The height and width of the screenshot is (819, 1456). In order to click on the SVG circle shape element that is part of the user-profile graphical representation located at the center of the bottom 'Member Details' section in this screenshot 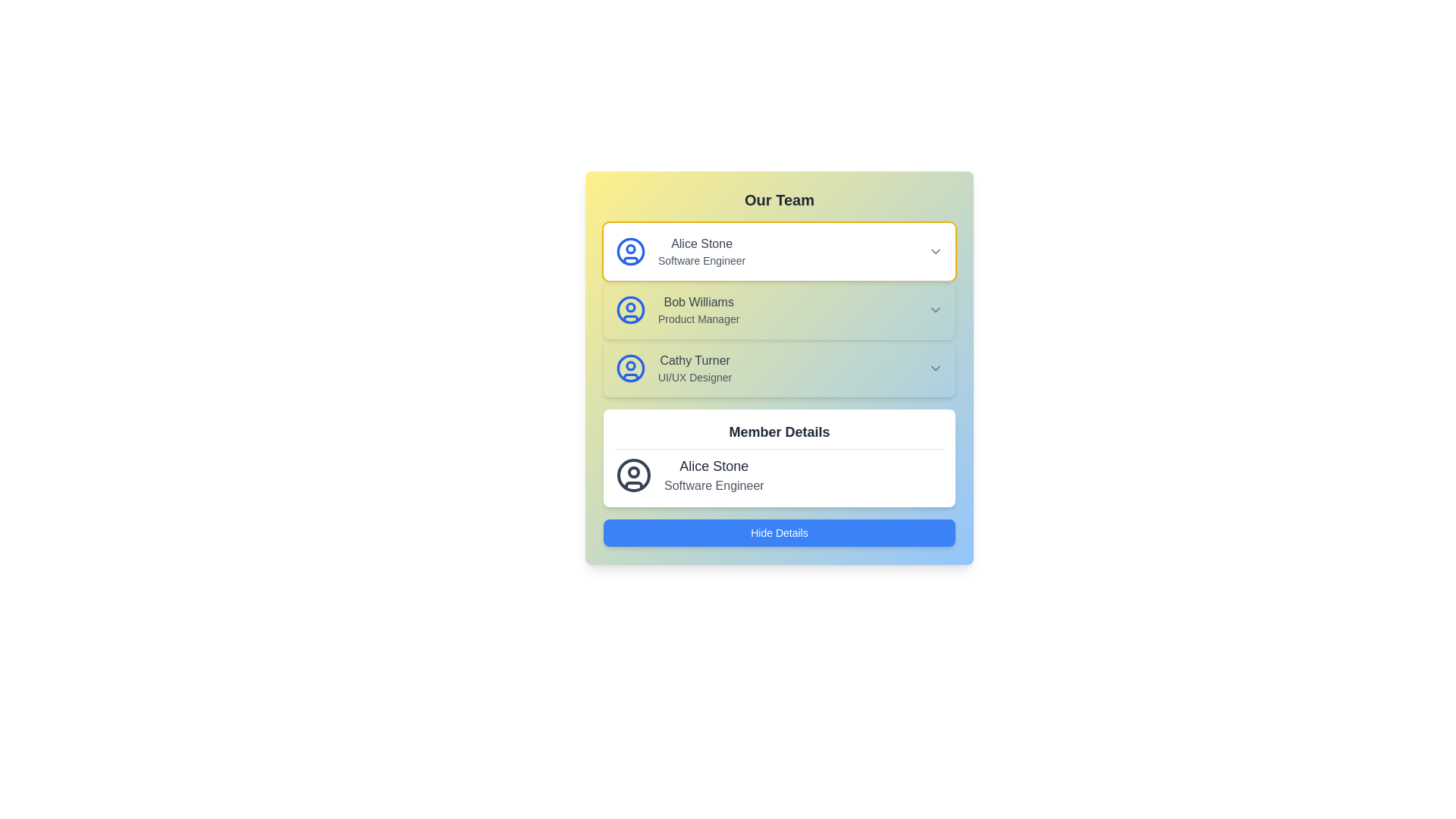, I will do `click(633, 475)`.